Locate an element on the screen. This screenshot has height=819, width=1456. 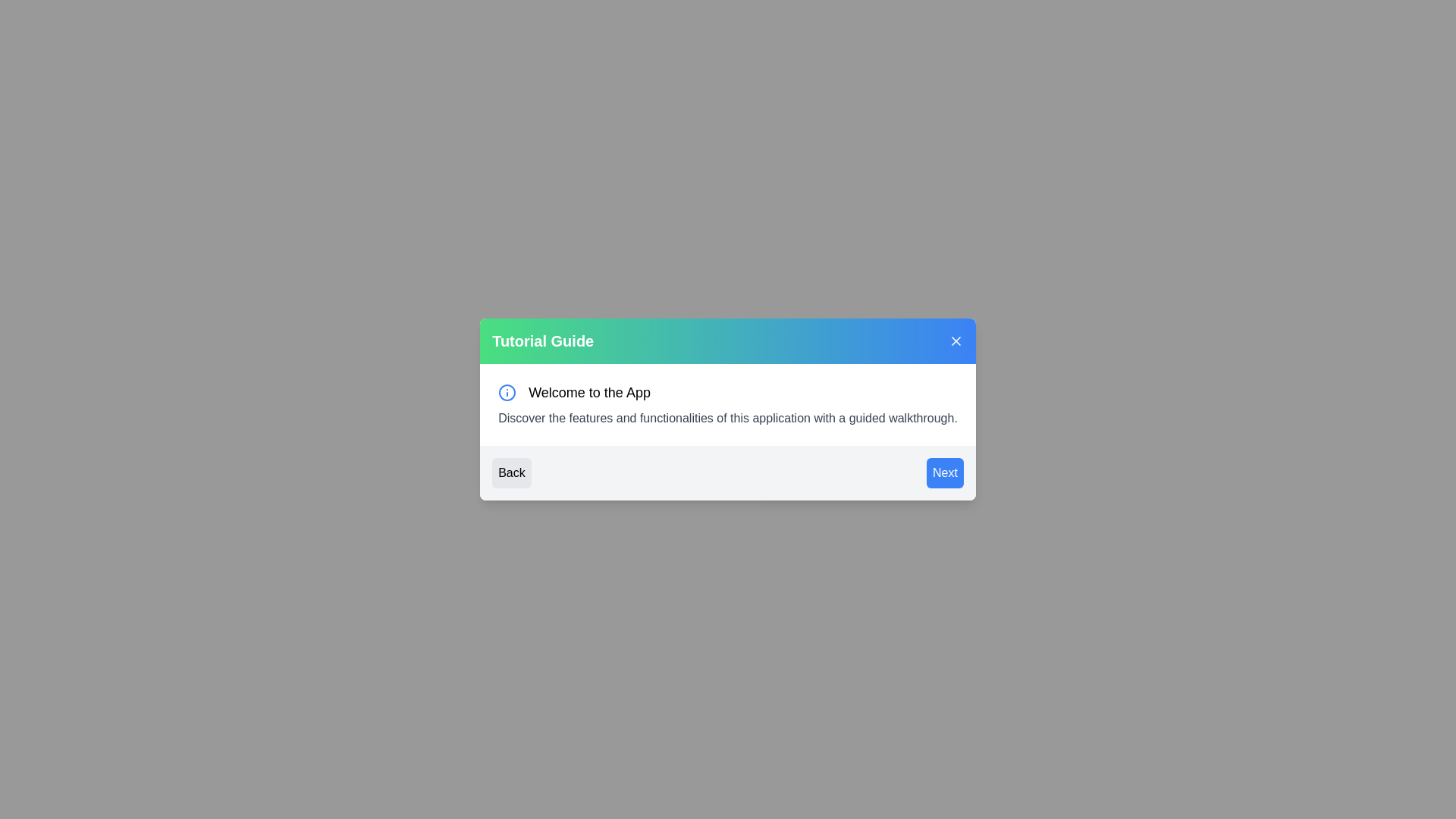
the 'X' icon in the top-right corner of the modal window is located at coordinates (955, 341).